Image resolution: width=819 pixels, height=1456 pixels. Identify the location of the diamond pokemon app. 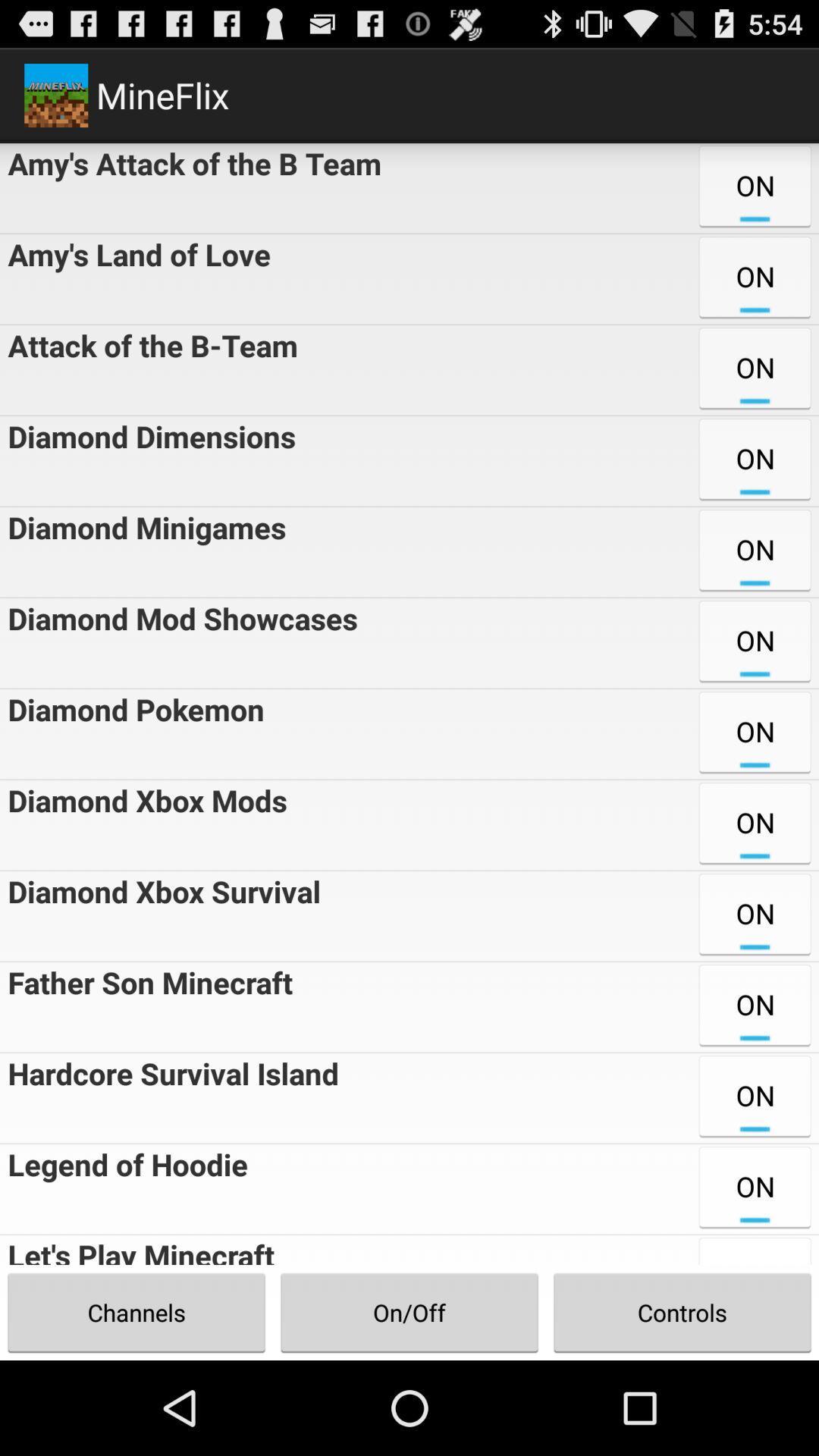
(131, 734).